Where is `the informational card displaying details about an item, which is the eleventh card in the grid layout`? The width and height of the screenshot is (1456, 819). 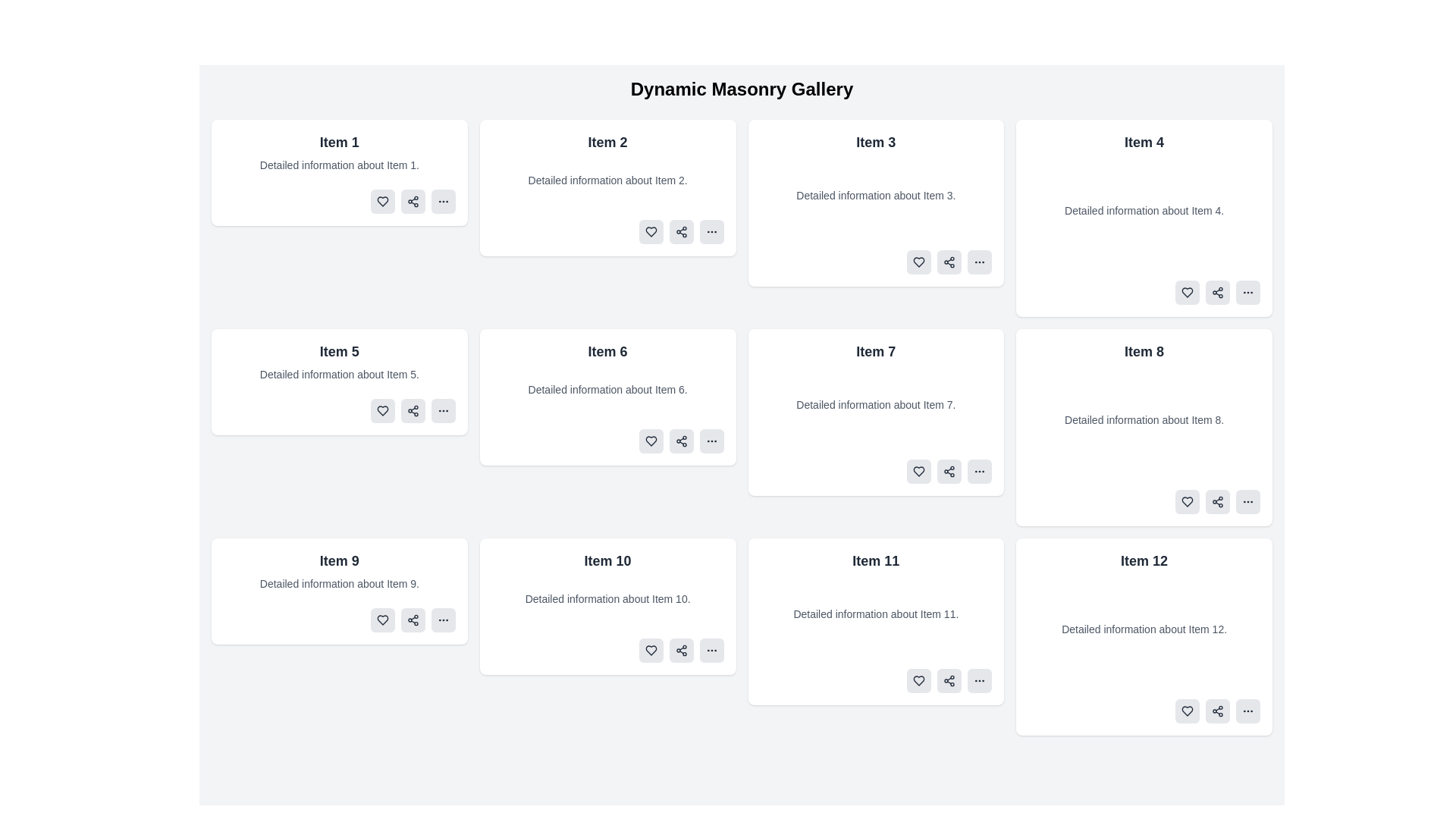 the informational card displaying details about an item, which is the eleventh card in the grid layout is located at coordinates (876, 622).